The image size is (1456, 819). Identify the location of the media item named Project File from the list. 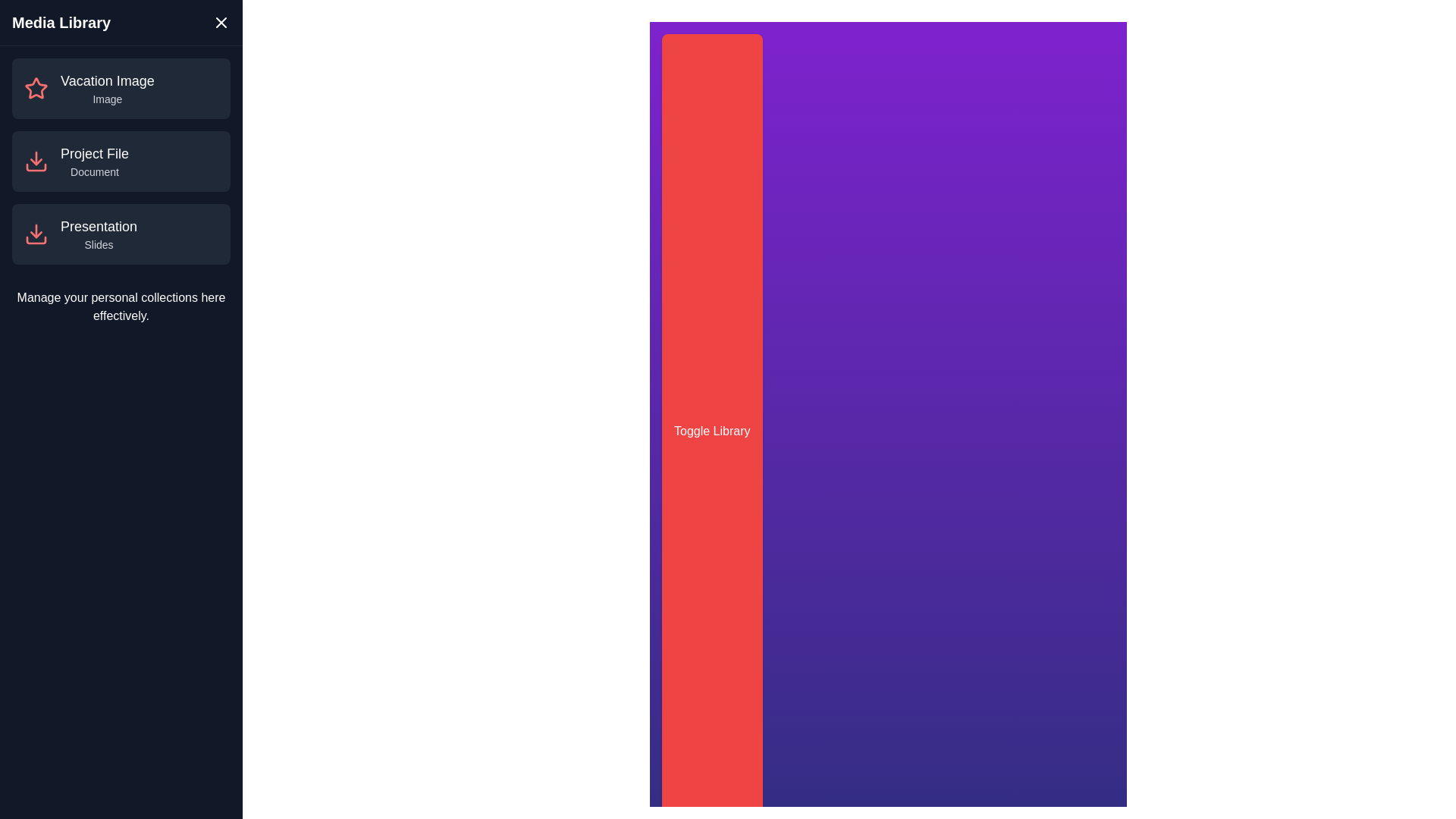
(120, 161).